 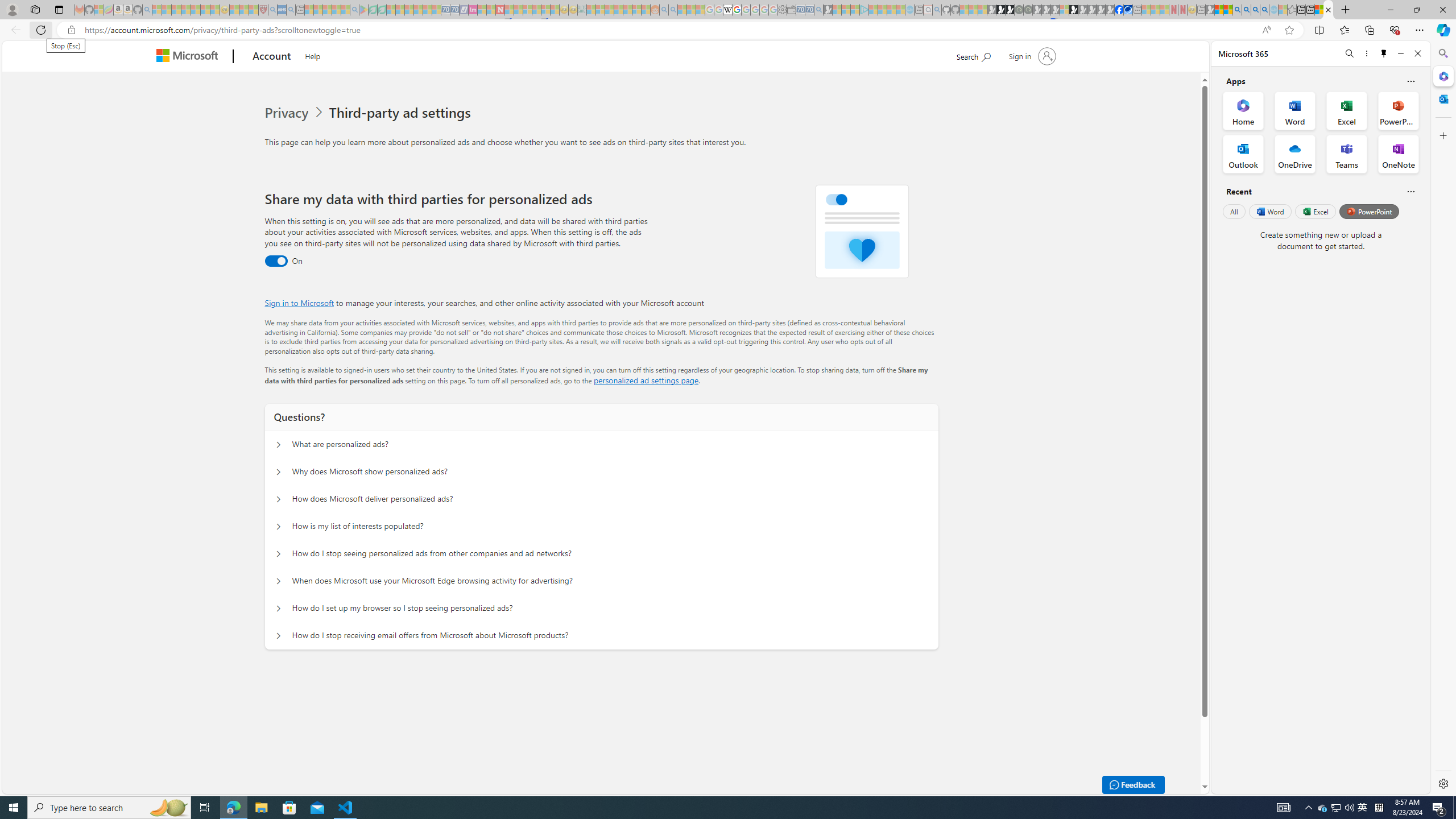 What do you see at coordinates (1027, 9) in the screenshot?
I see `'Future Focus Report 2024 - Sleeping'` at bounding box center [1027, 9].